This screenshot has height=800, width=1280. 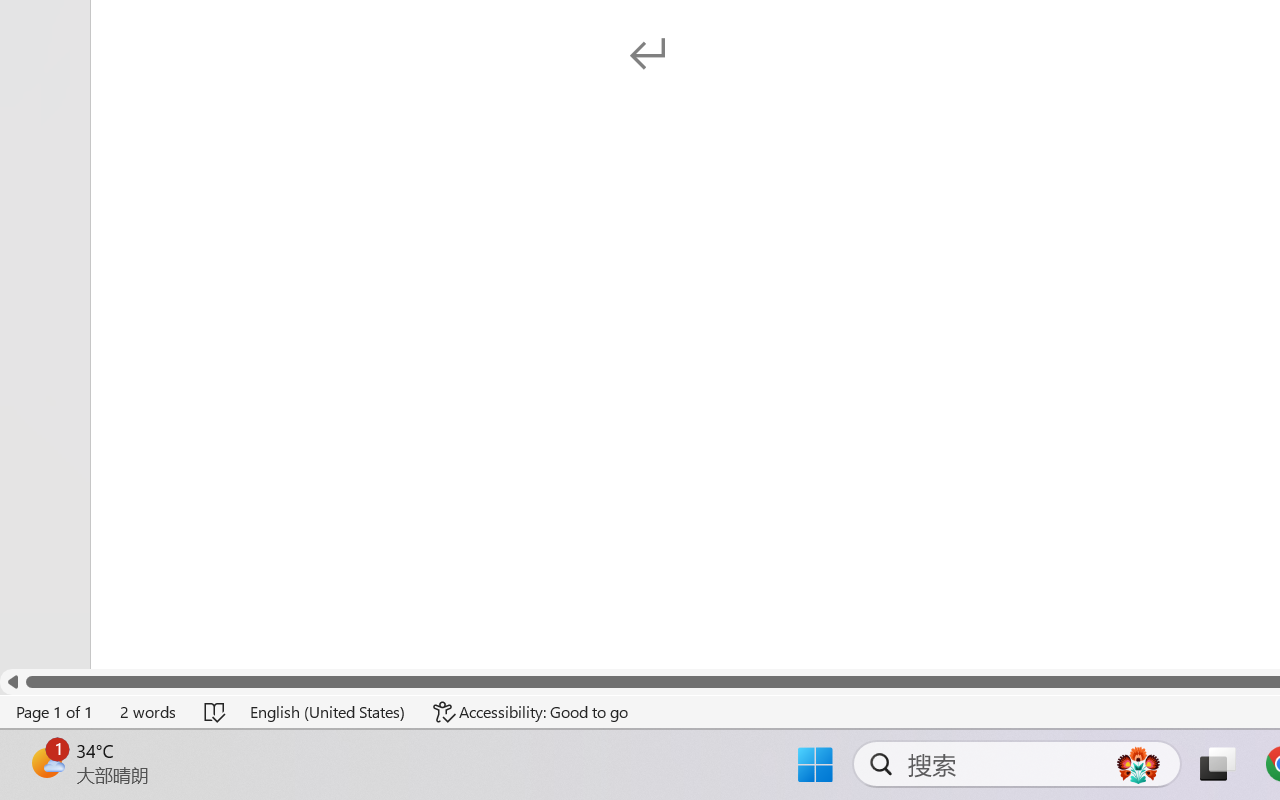 I want to click on 'Page Number Page 1 of 1', so click(x=55, y=711).